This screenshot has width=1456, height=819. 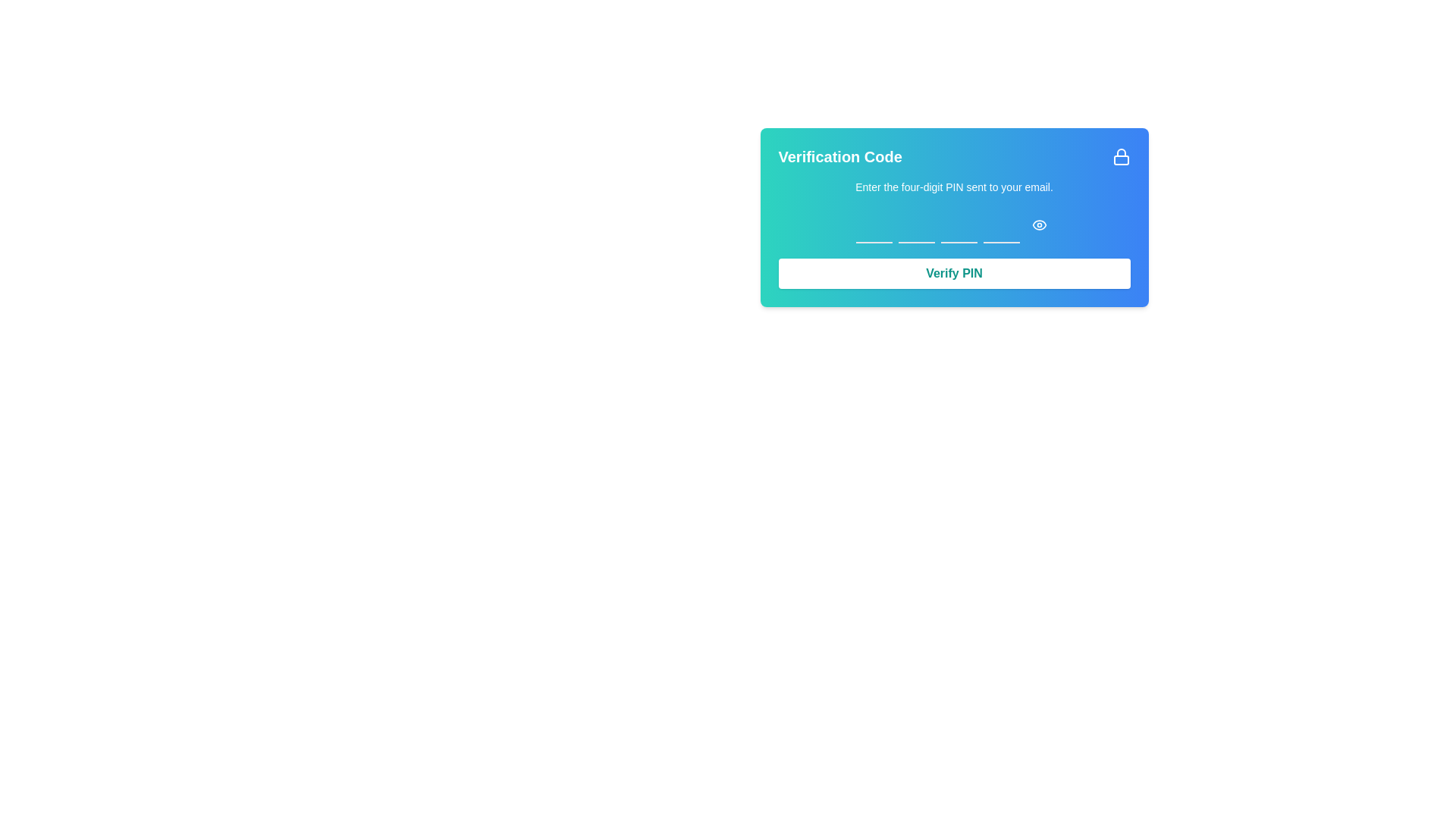 I want to click on blue rectangular shackle element located inside the lock icon at the top-right corner of the verification code box by opening the developer tools, so click(x=1121, y=160).